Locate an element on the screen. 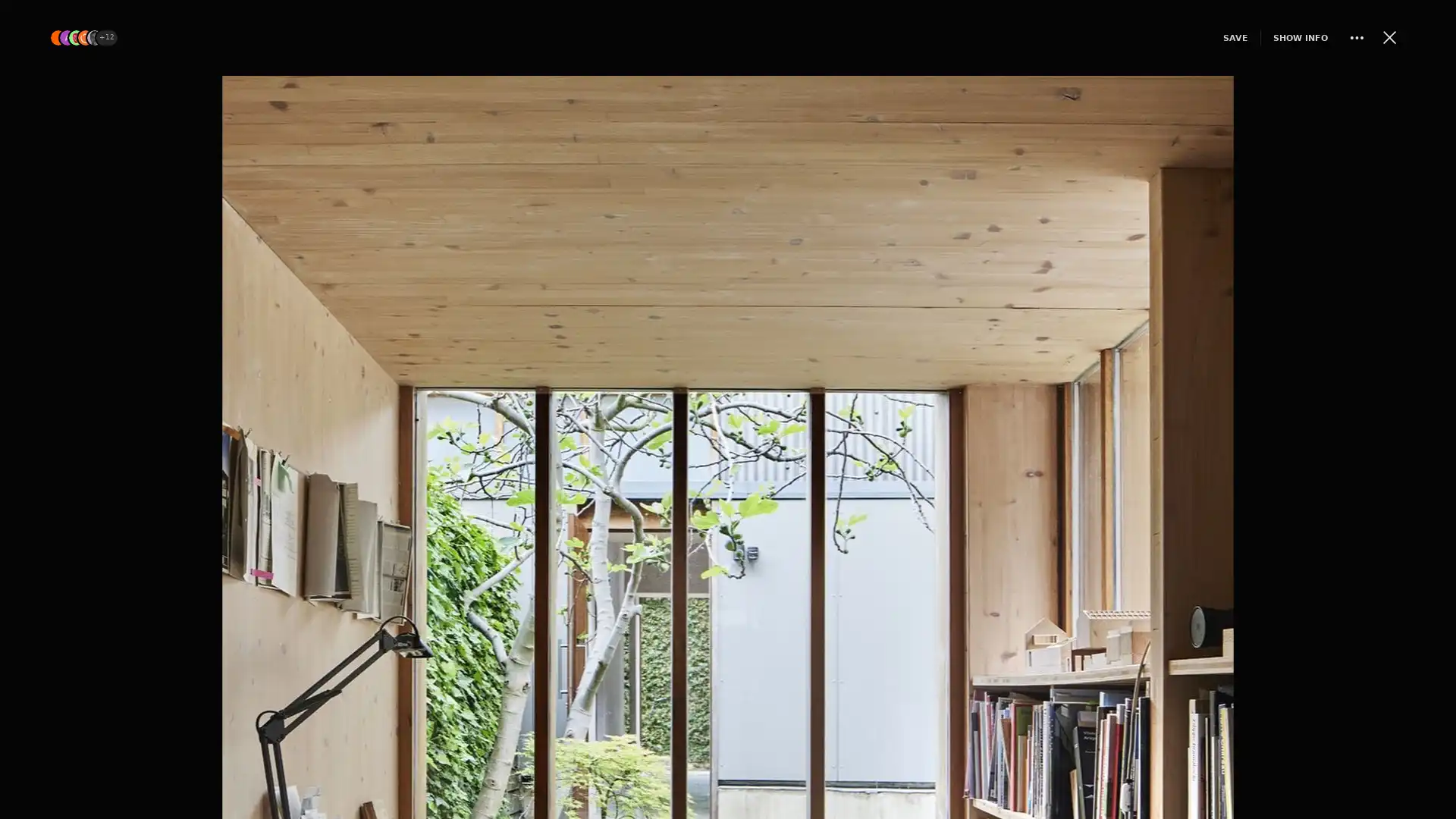 This screenshot has height=819, width=1456. SAVE is located at coordinates (1208, 36).